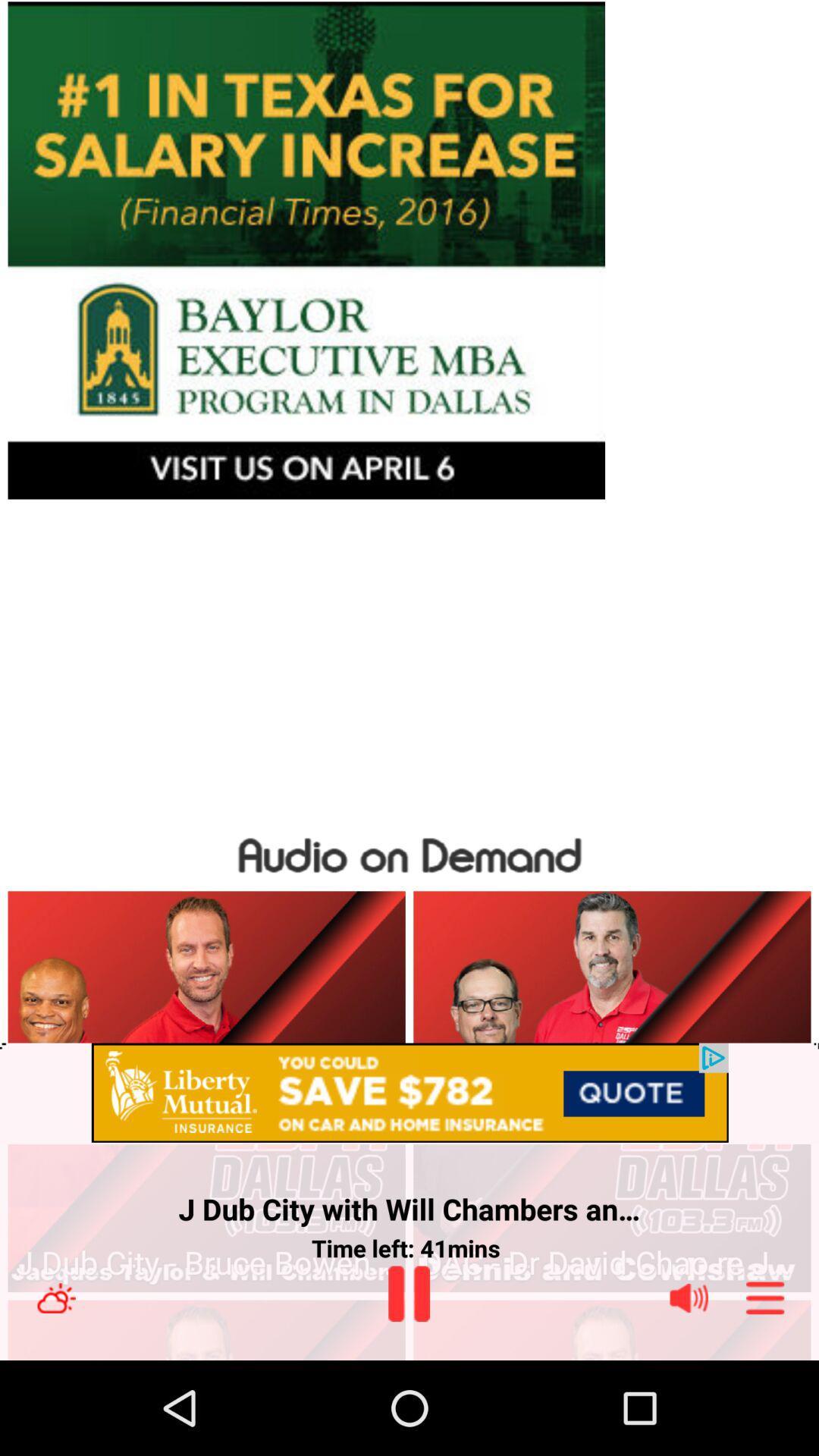  Describe the element at coordinates (55, 1298) in the screenshot. I see `the climate icon` at that location.